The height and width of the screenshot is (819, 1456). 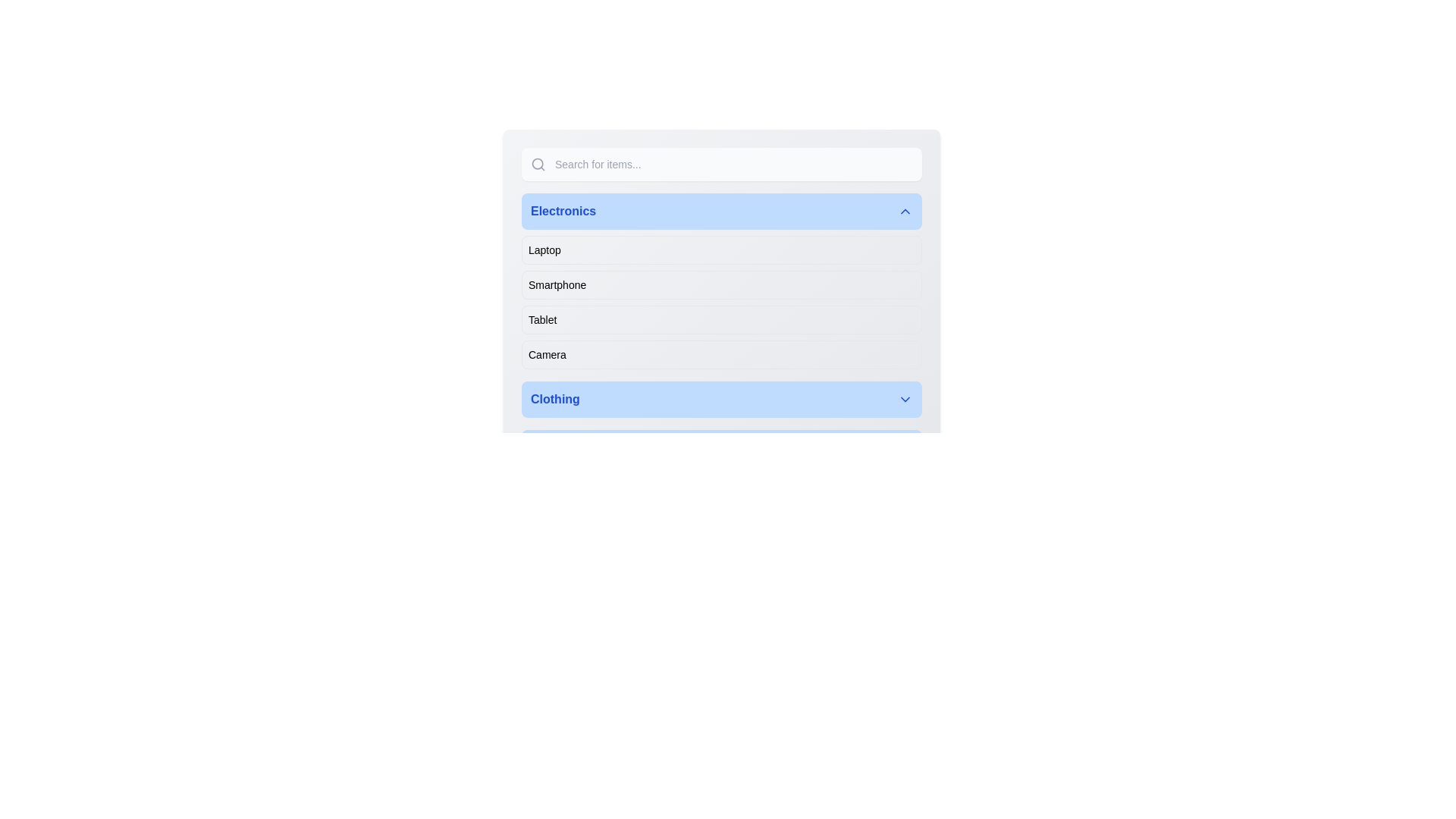 What do you see at coordinates (538, 164) in the screenshot?
I see `the search icon located at the top-left corner of the search bar, which is positioned to the left of the text input field with the placeholder 'Search for items...'` at bounding box center [538, 164].